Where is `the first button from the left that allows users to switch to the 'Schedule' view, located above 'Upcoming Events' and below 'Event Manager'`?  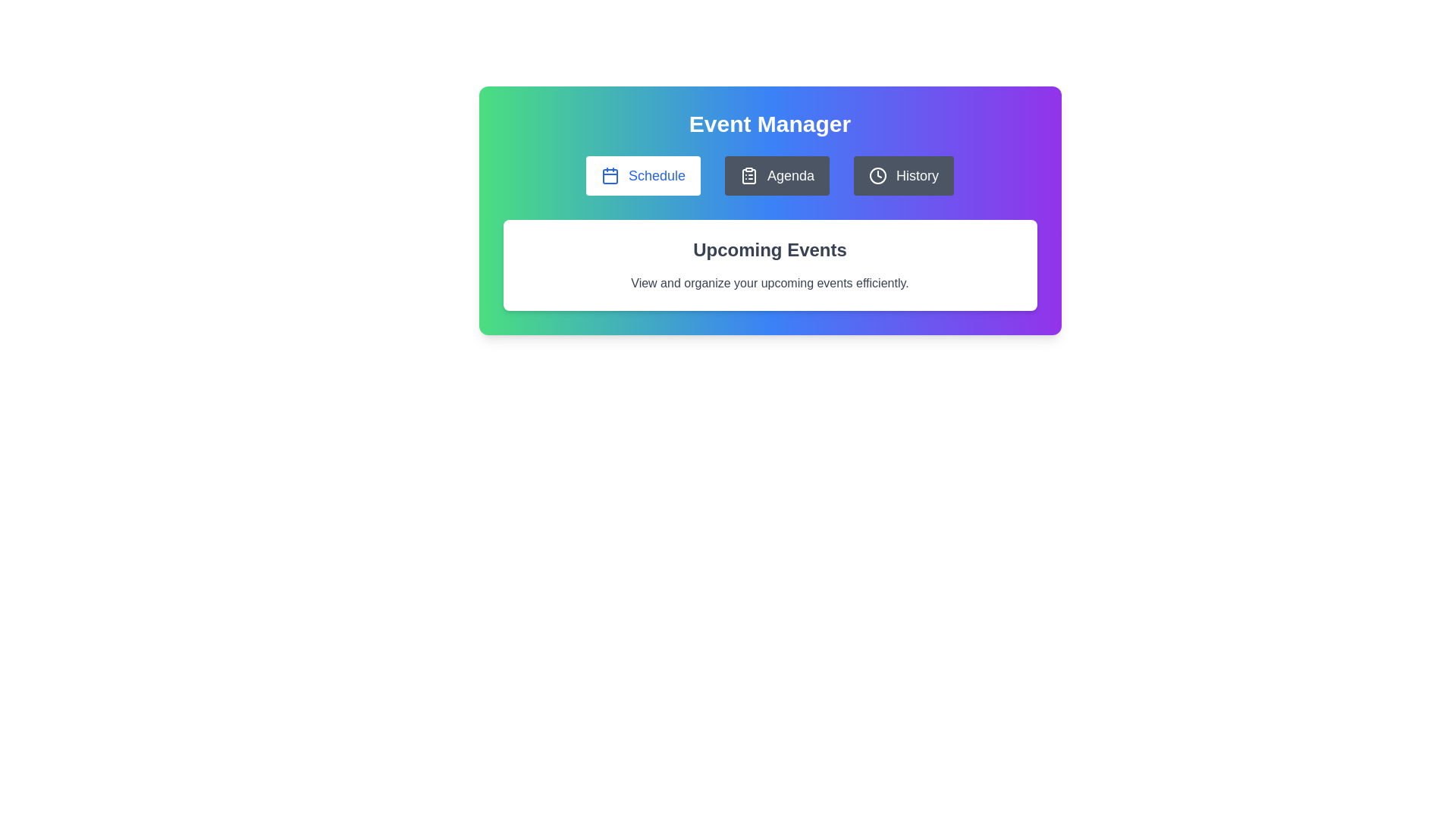 the first button from the left that allows users to switch to the 'Schedule' view, located above 'Upcoming Events' and below 'Event Manager' is located at coordinates (643, 174).